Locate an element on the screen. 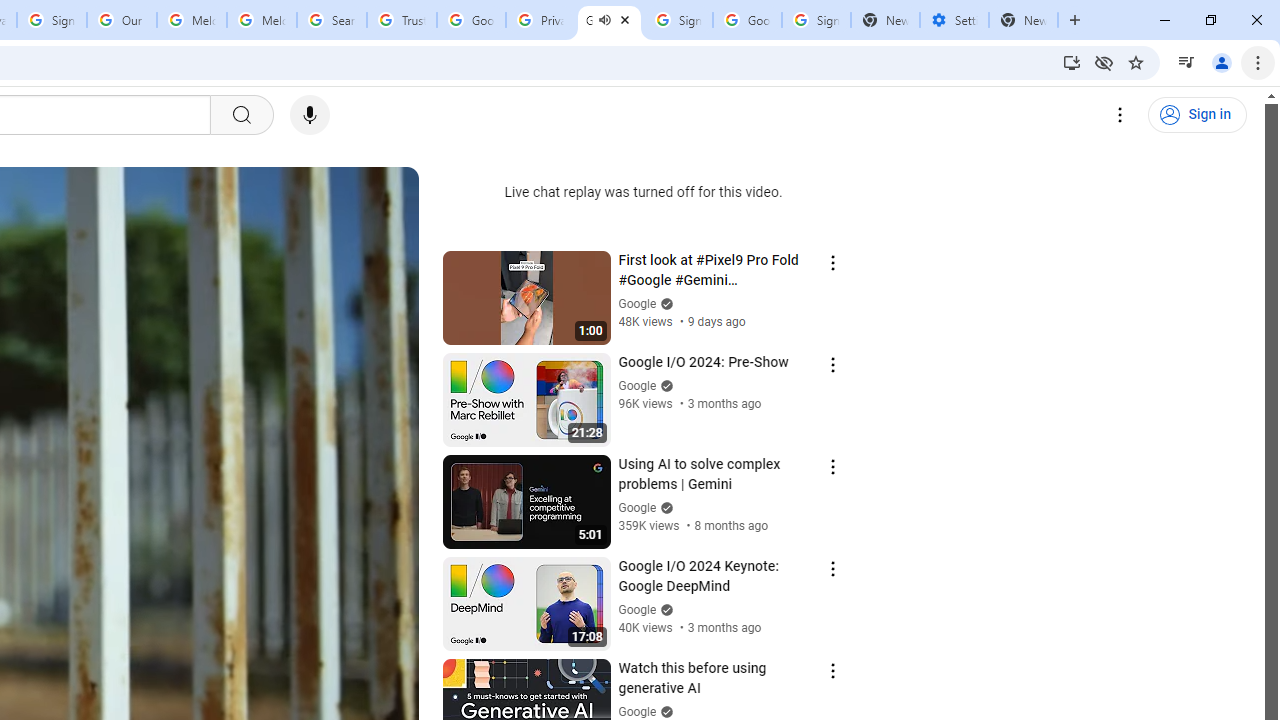  'Settings - Addresses and more' is located at coordinates (953, 20).